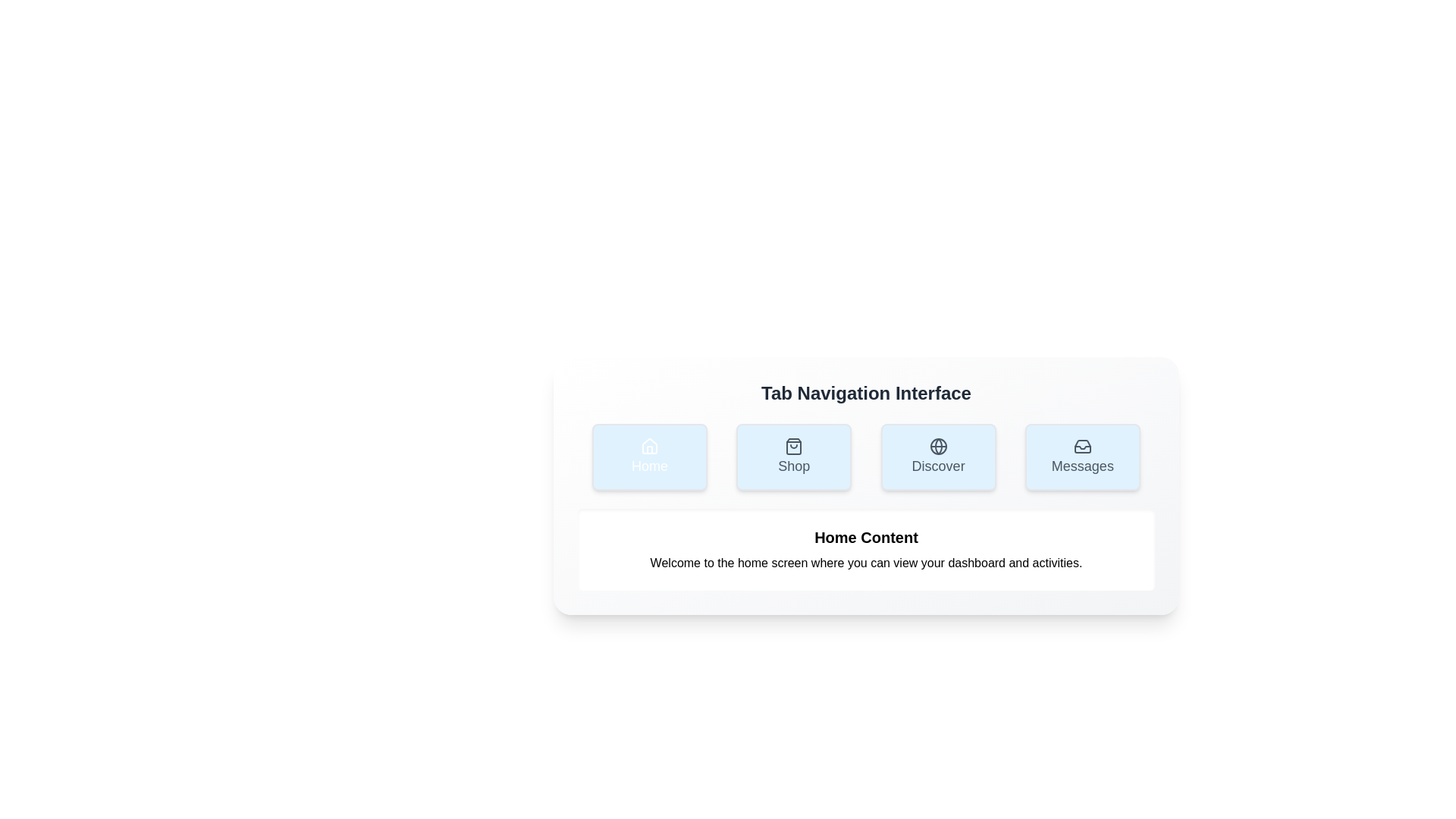 The height and width of the screenshot is (819, 1456). I want to click on the shopping bag icon, which is part of the navigation options labeled as 'Shop' in the top-center area of the interface, so click(793, 446).